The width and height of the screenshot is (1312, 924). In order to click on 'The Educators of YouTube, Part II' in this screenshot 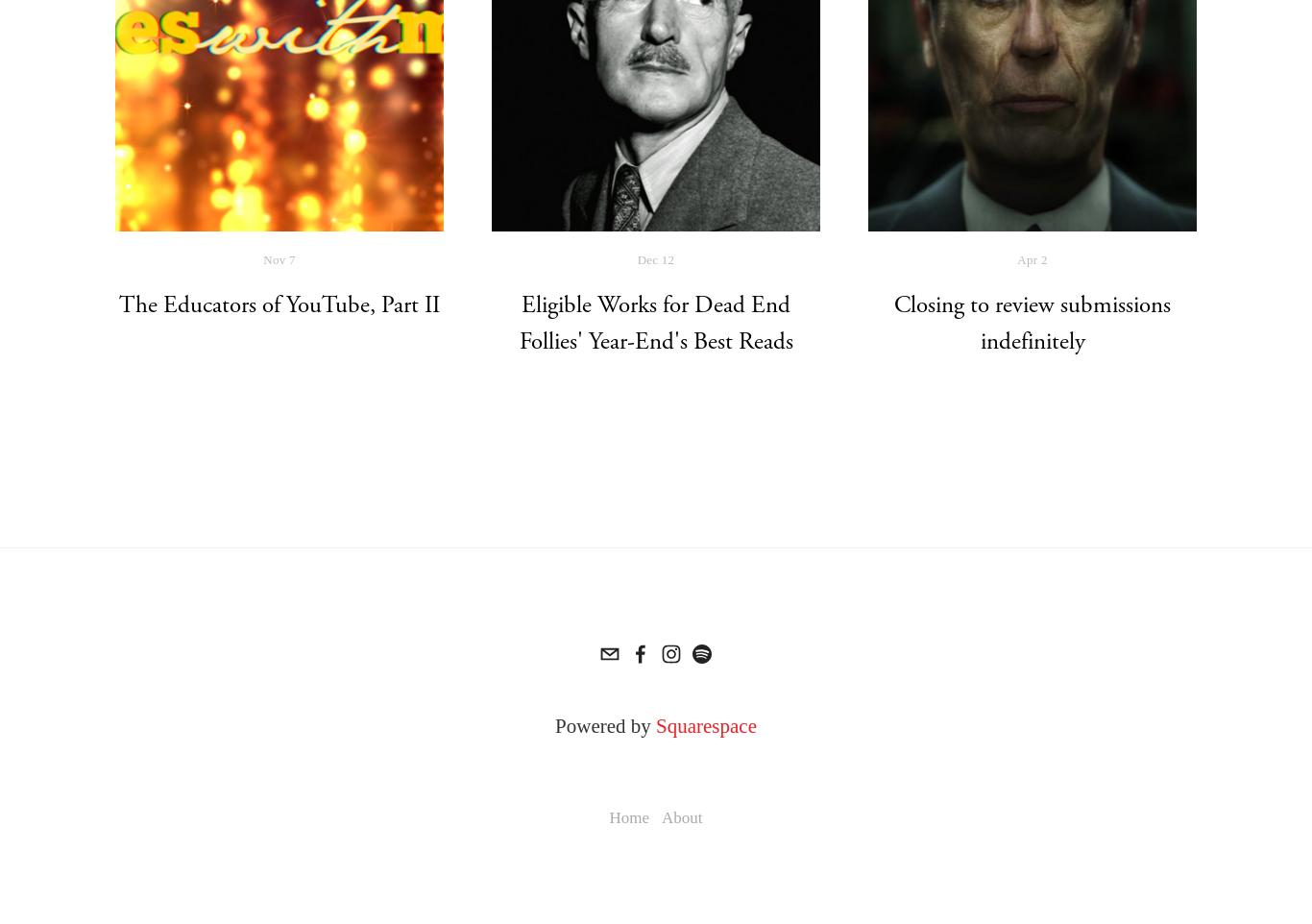, I will do `click(279, 304)`.